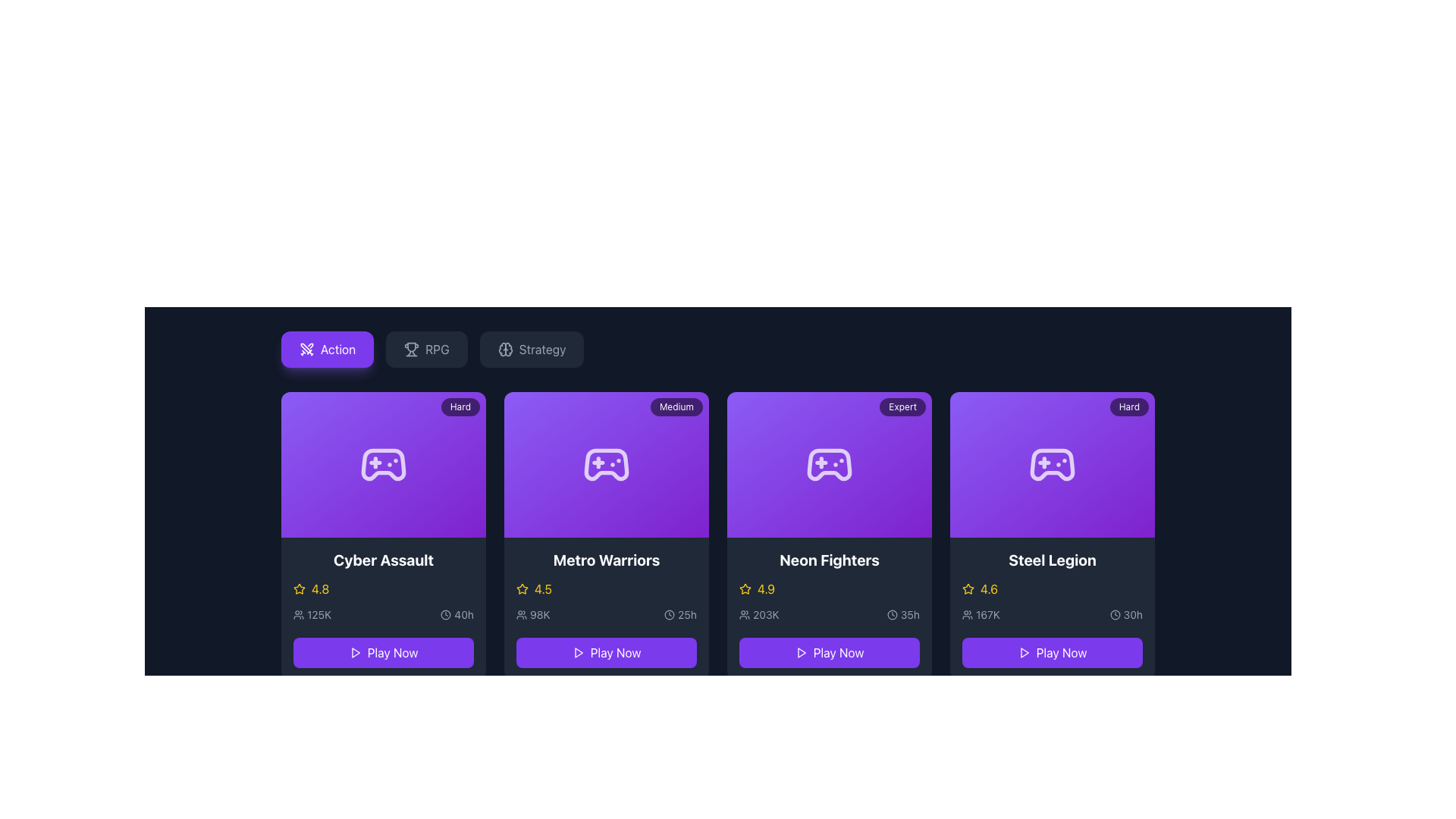  Describe the element at coordinates (829, 560) in the screenshot. I see `title 'Neon Fighters' from the heading text element located in the upper-middle part of its card, which is the third card from the left` at that location.